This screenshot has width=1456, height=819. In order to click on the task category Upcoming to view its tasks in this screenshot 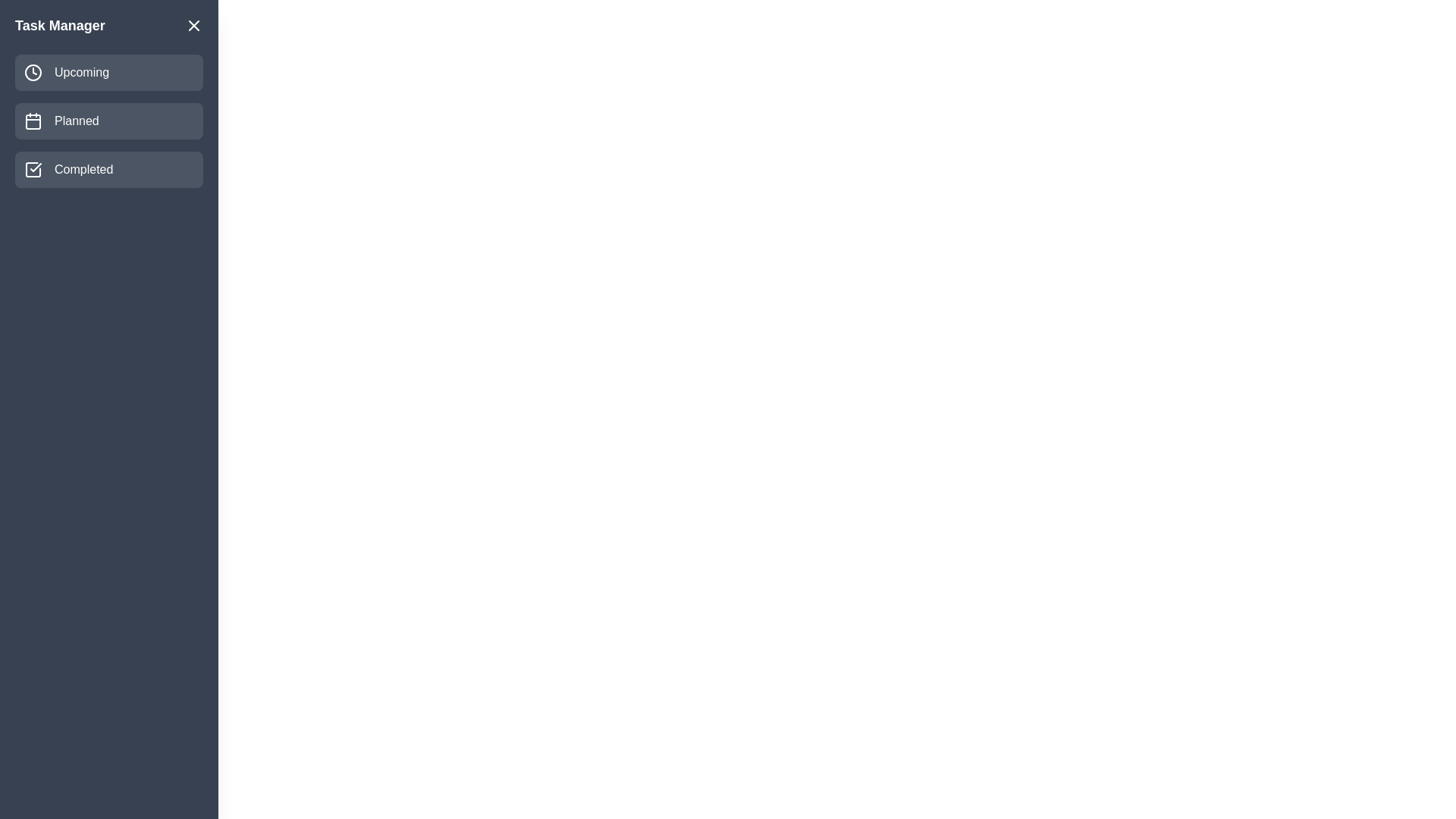, I will do `click(108, 73)`.